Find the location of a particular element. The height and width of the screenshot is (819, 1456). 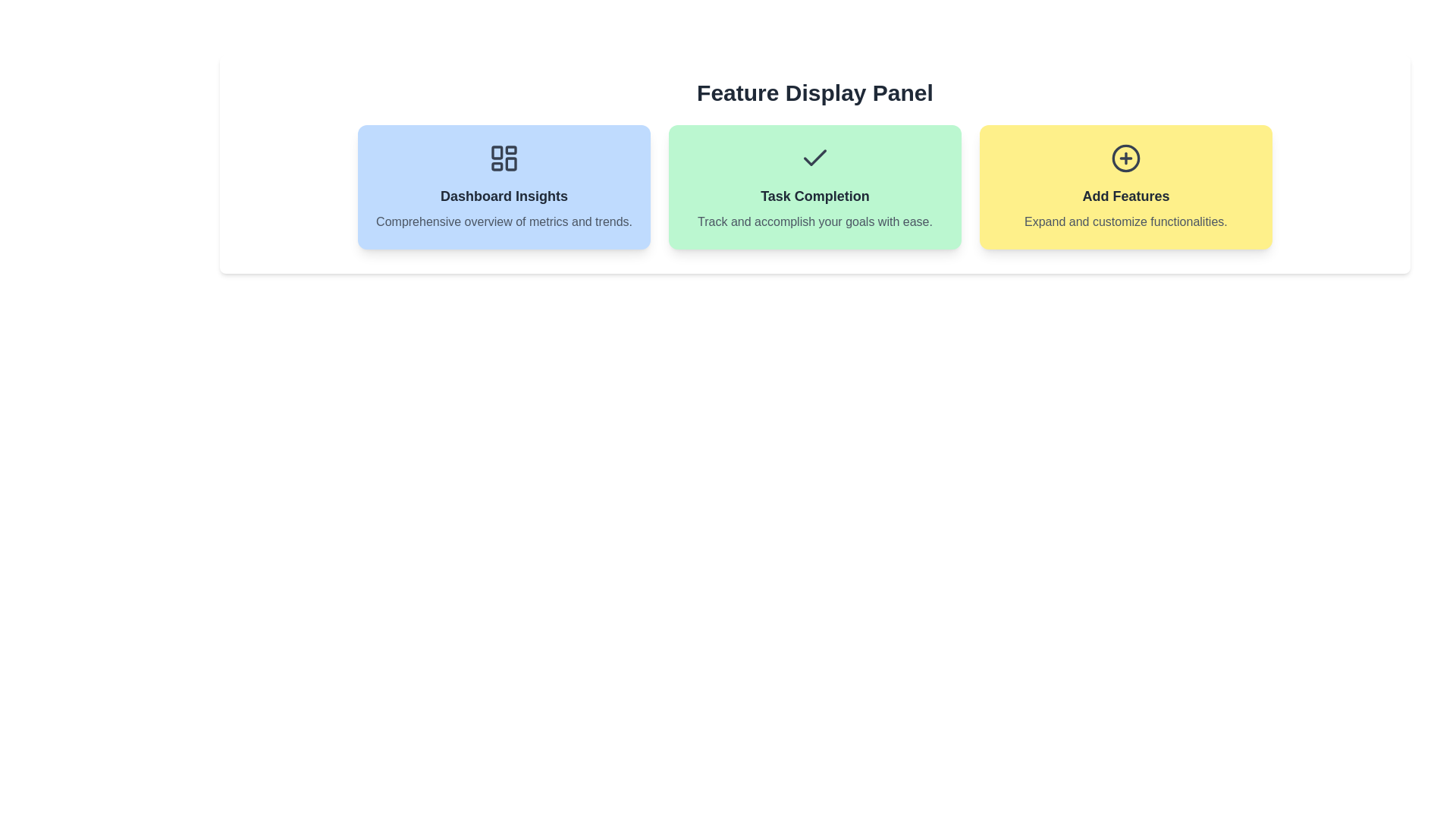

the text label that contains the phrase 'Comprehensive overview of metrics and trends.', which is styled with a gray font and located below the 'Dashboard Insights' title and an icon is located at coordinates (504, 222).